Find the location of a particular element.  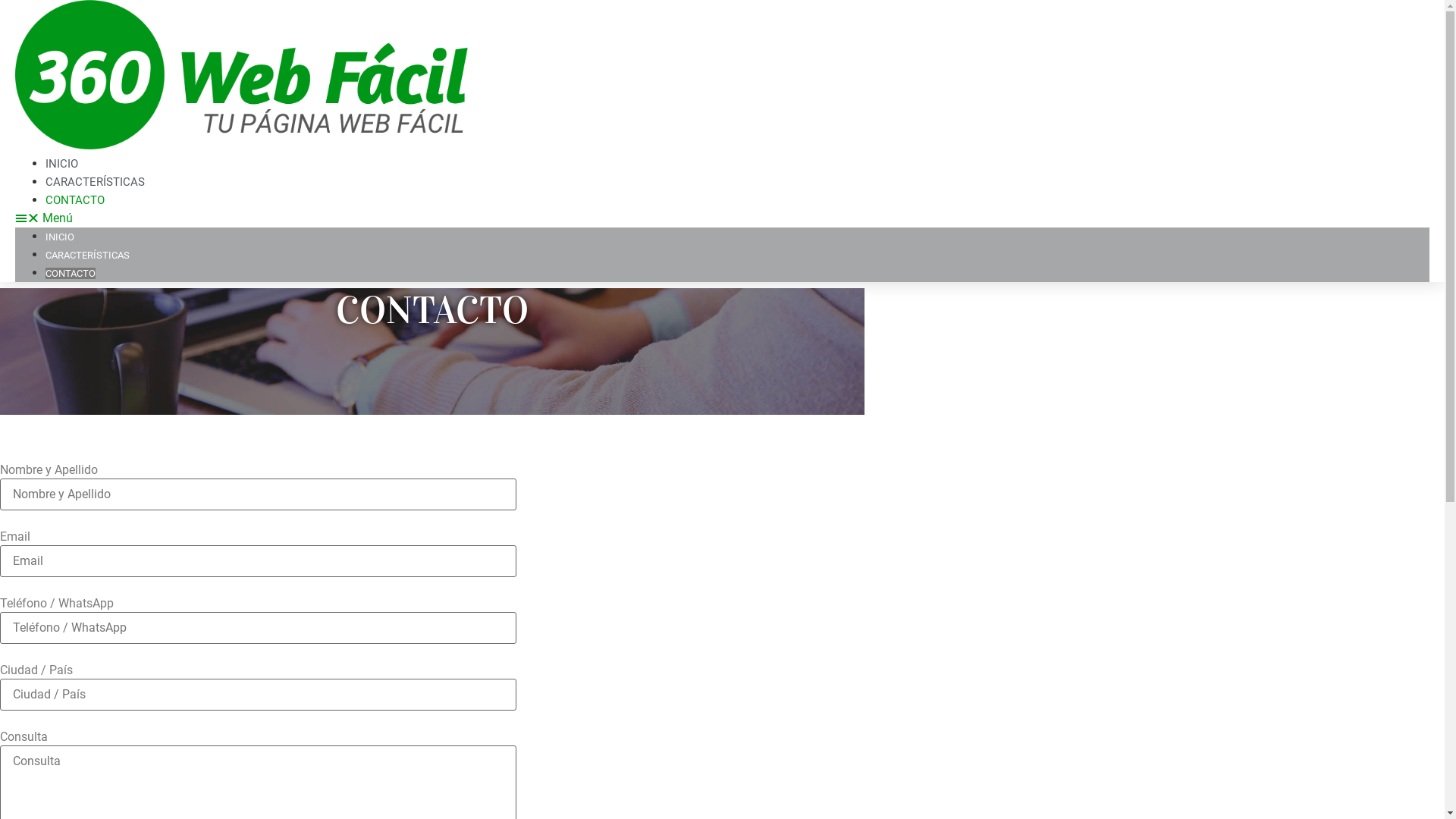

'INICIO' is located at coordinates (61, 164).